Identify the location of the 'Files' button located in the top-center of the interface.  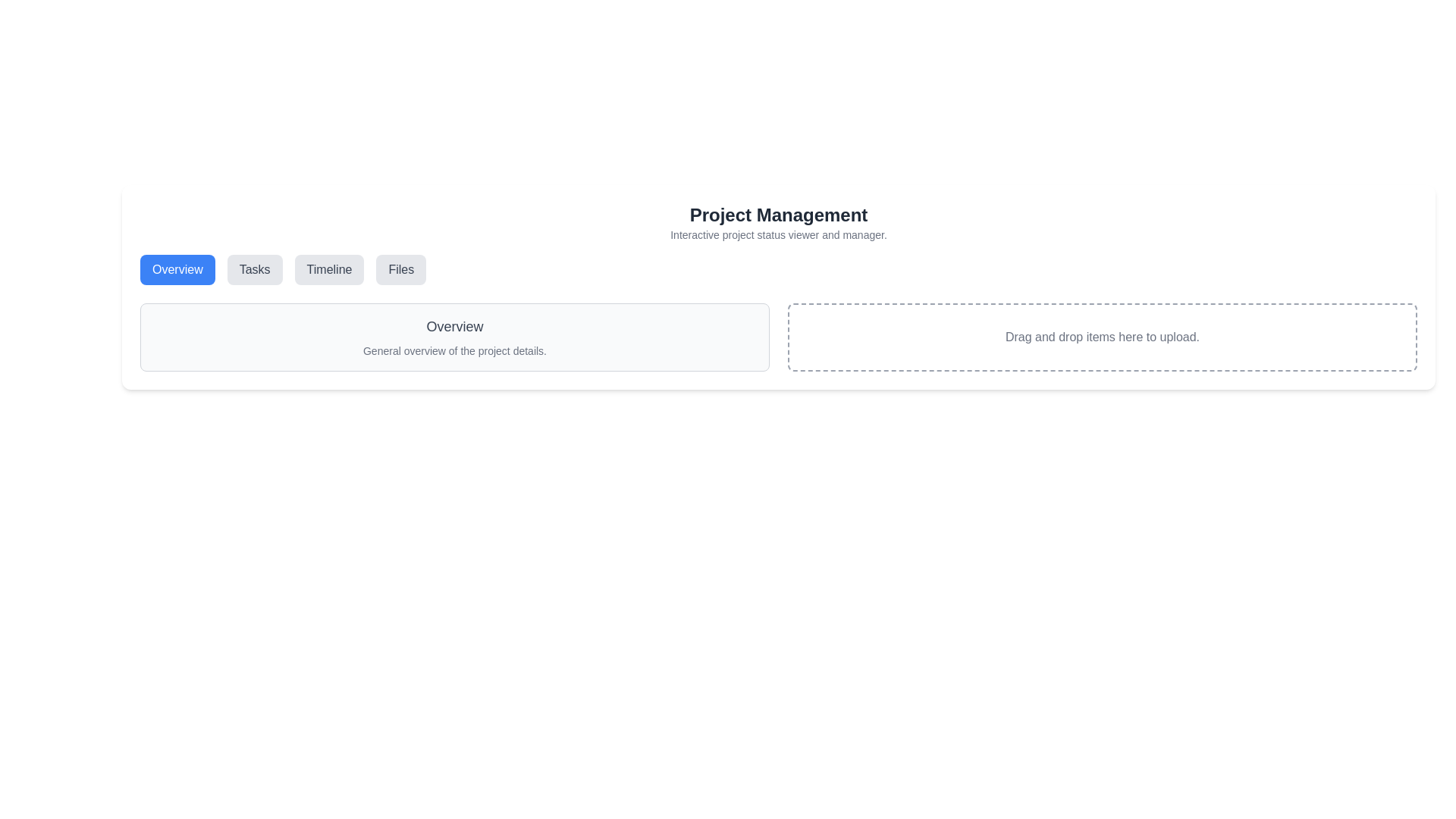
(401, 268).